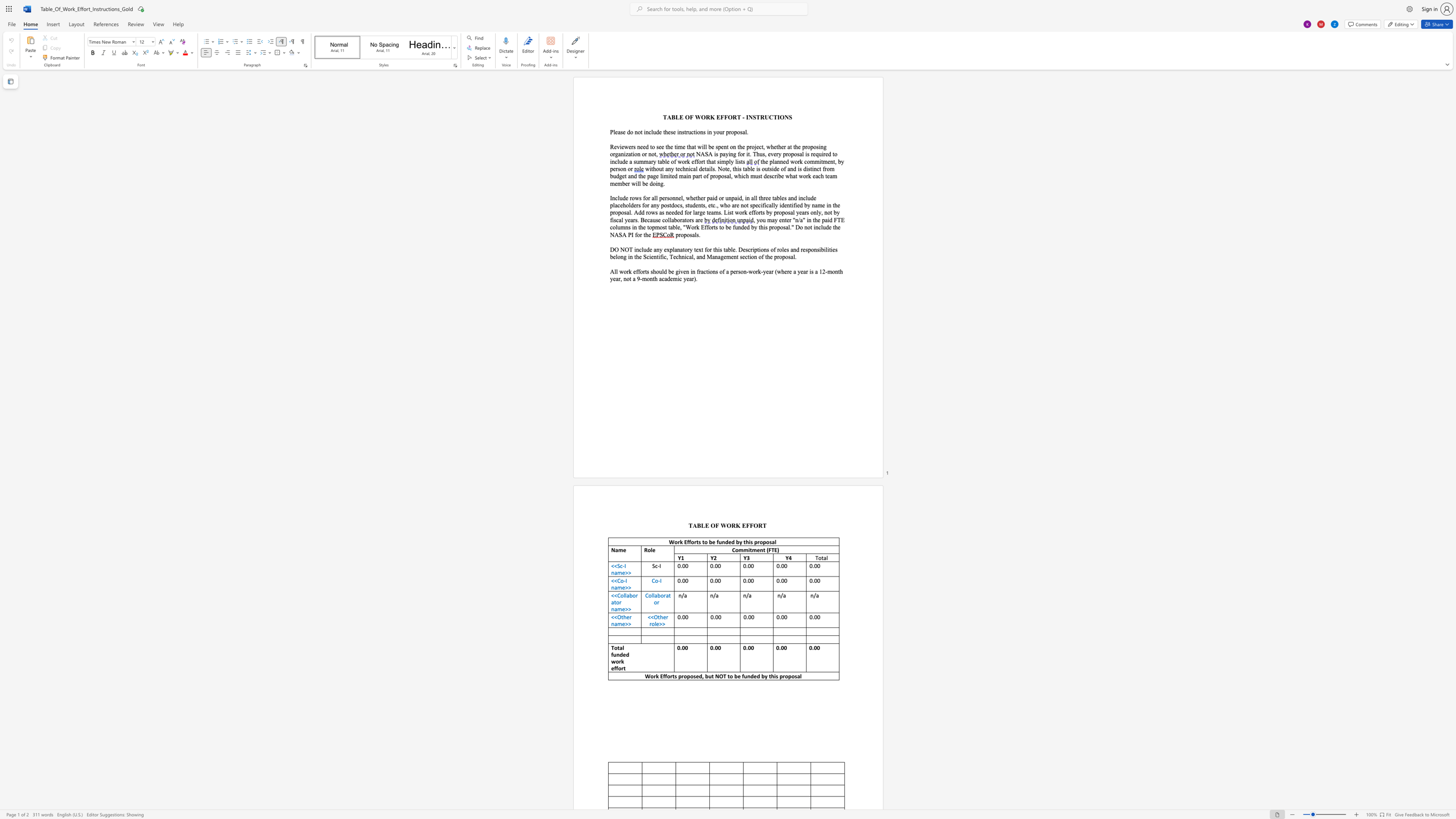  Describe the element at coordinates (746, 256) in the screenshot. I see `the 7th character "c" in the text` at that location.